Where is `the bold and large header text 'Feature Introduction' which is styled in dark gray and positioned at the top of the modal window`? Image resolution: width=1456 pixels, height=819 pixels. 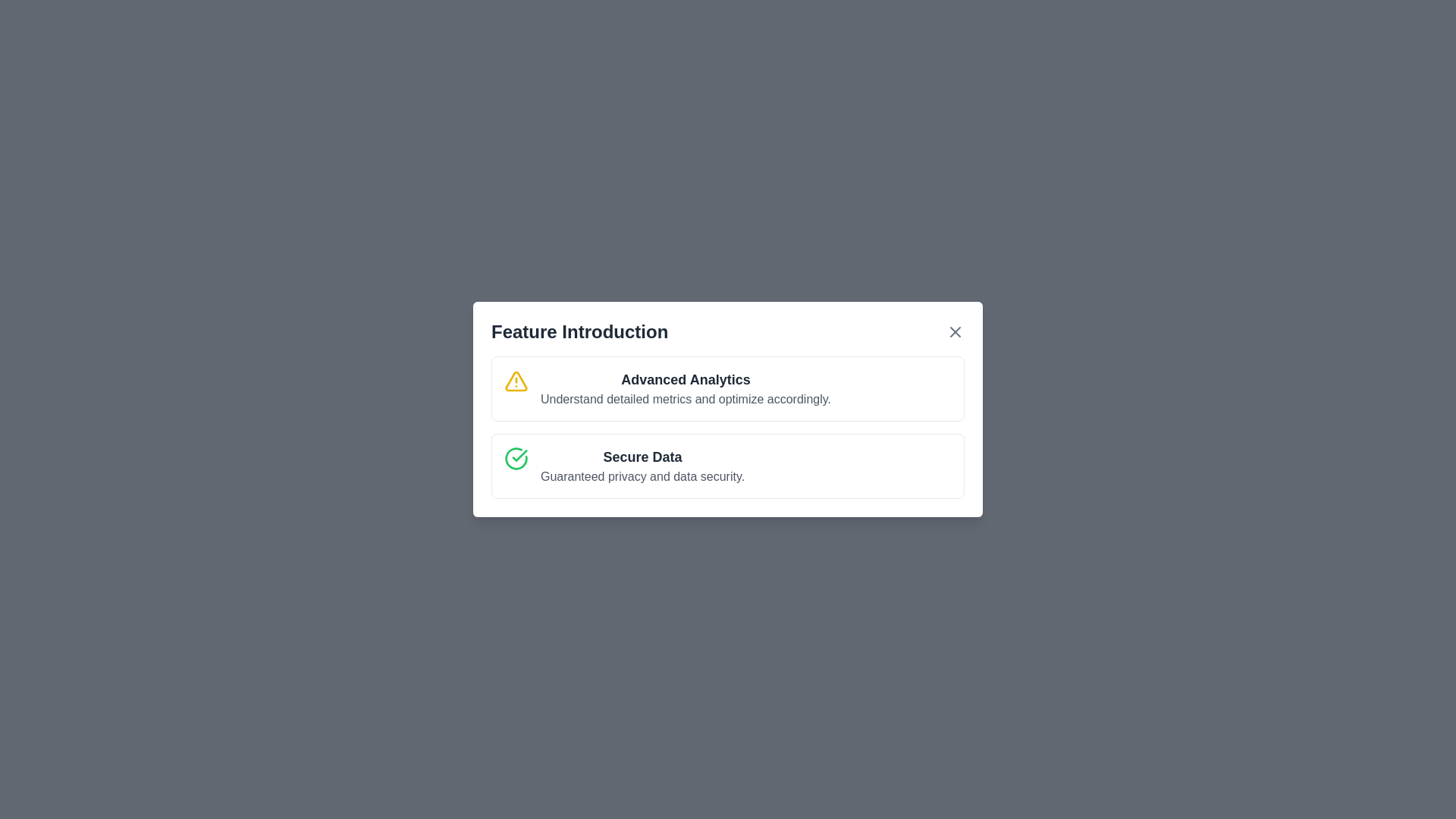
the bold and large header text 'Feature Introduction' which is styled in dark gray and positioned at the top of the modal window is located at coordinates (579, 331).